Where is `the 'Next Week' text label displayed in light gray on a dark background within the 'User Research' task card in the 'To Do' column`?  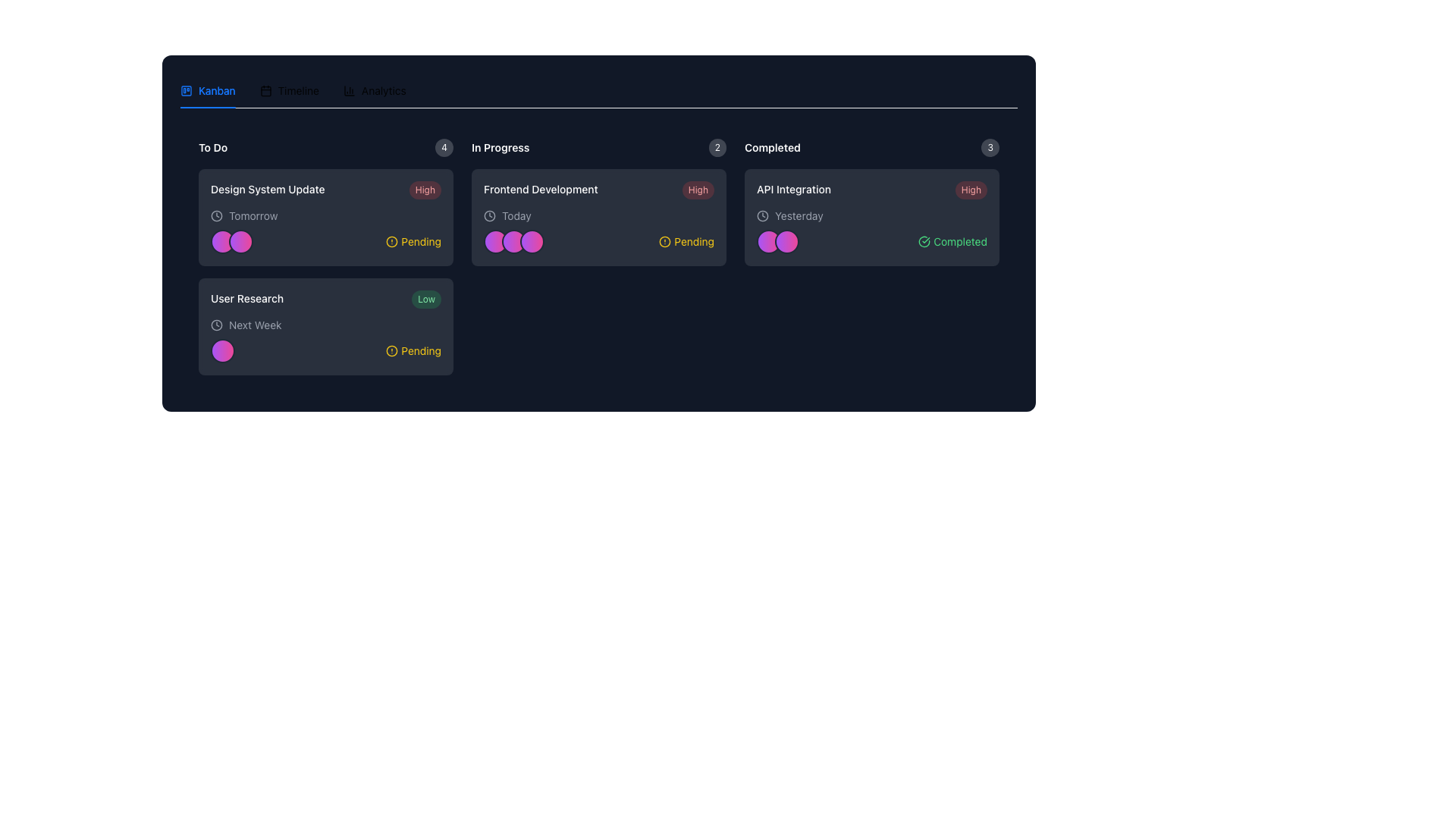
the 'Next Week' text label displayed in light gray on a dark background within the 'User Research' task card in the 'To Do' column is located at coordinates (255, 324).